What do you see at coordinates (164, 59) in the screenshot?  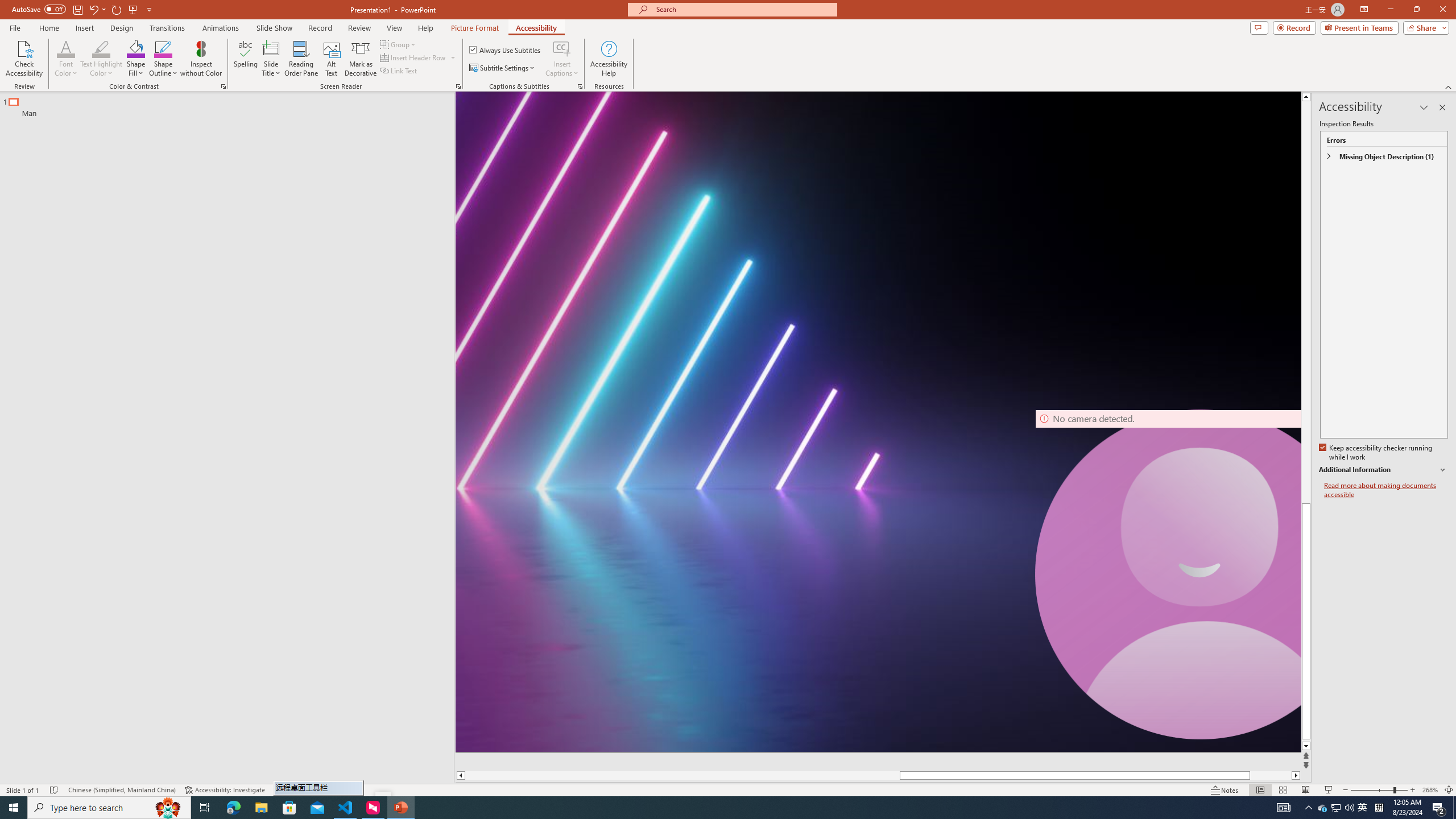 I see `'Shape Outline'` at bounding box center [164, 59].